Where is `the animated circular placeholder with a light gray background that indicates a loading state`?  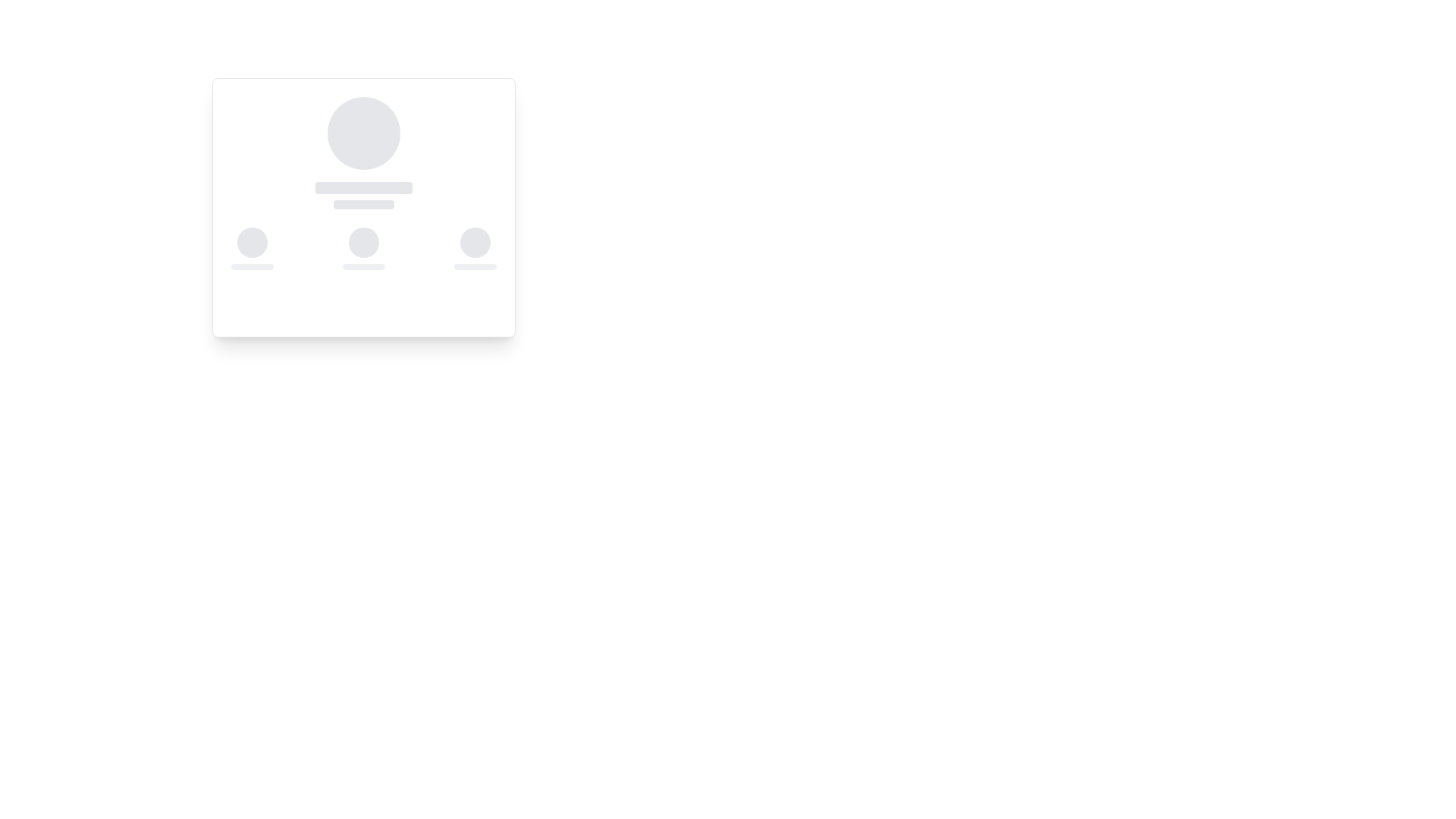 the animated circular placeholder with a light gray background that indicates a loading state is located at coordinates (252, 242).